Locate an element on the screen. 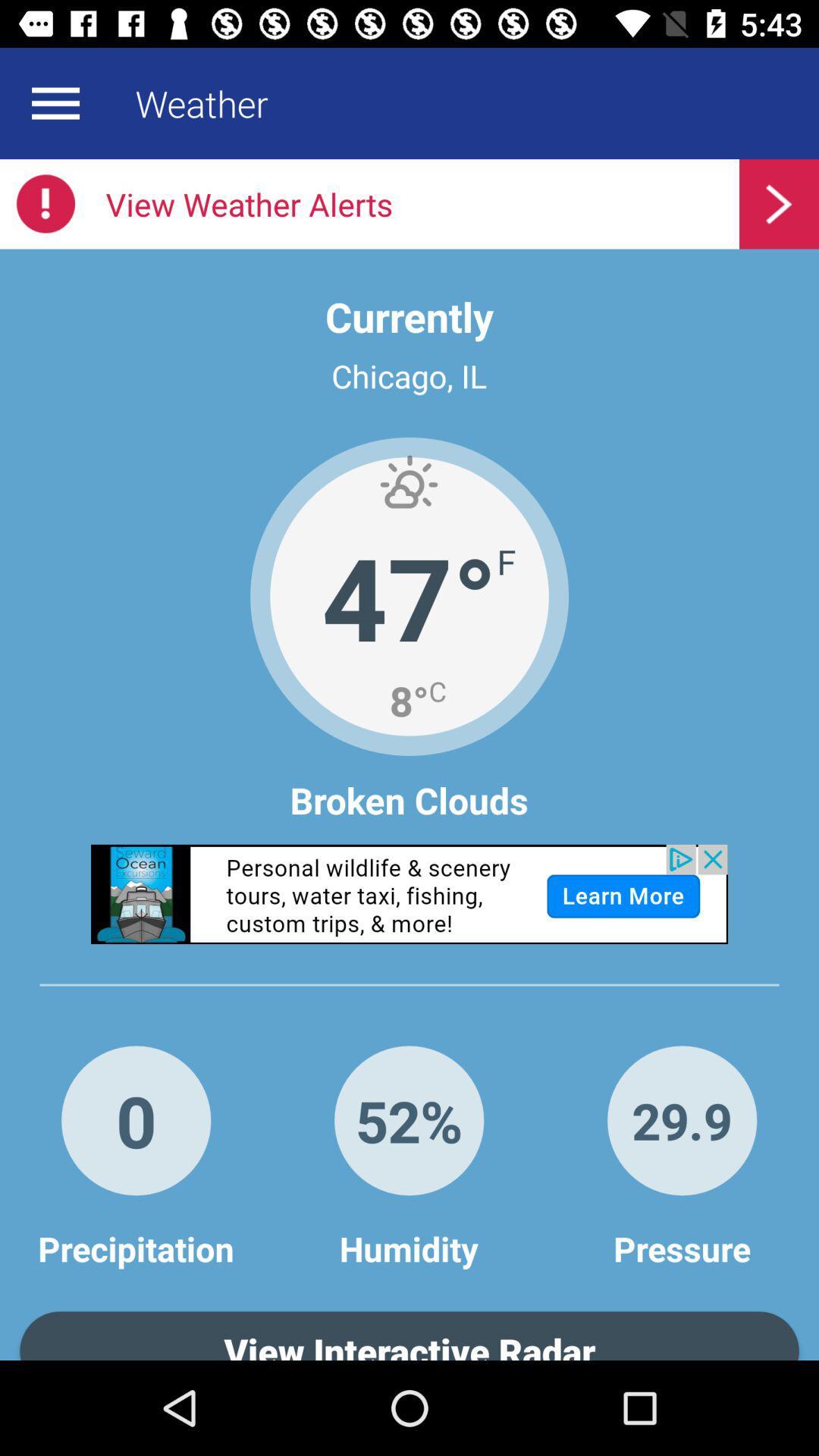 The height and width of the screenshot is (1456, 819). click on the advertisement is located at coordinates (409, 894).